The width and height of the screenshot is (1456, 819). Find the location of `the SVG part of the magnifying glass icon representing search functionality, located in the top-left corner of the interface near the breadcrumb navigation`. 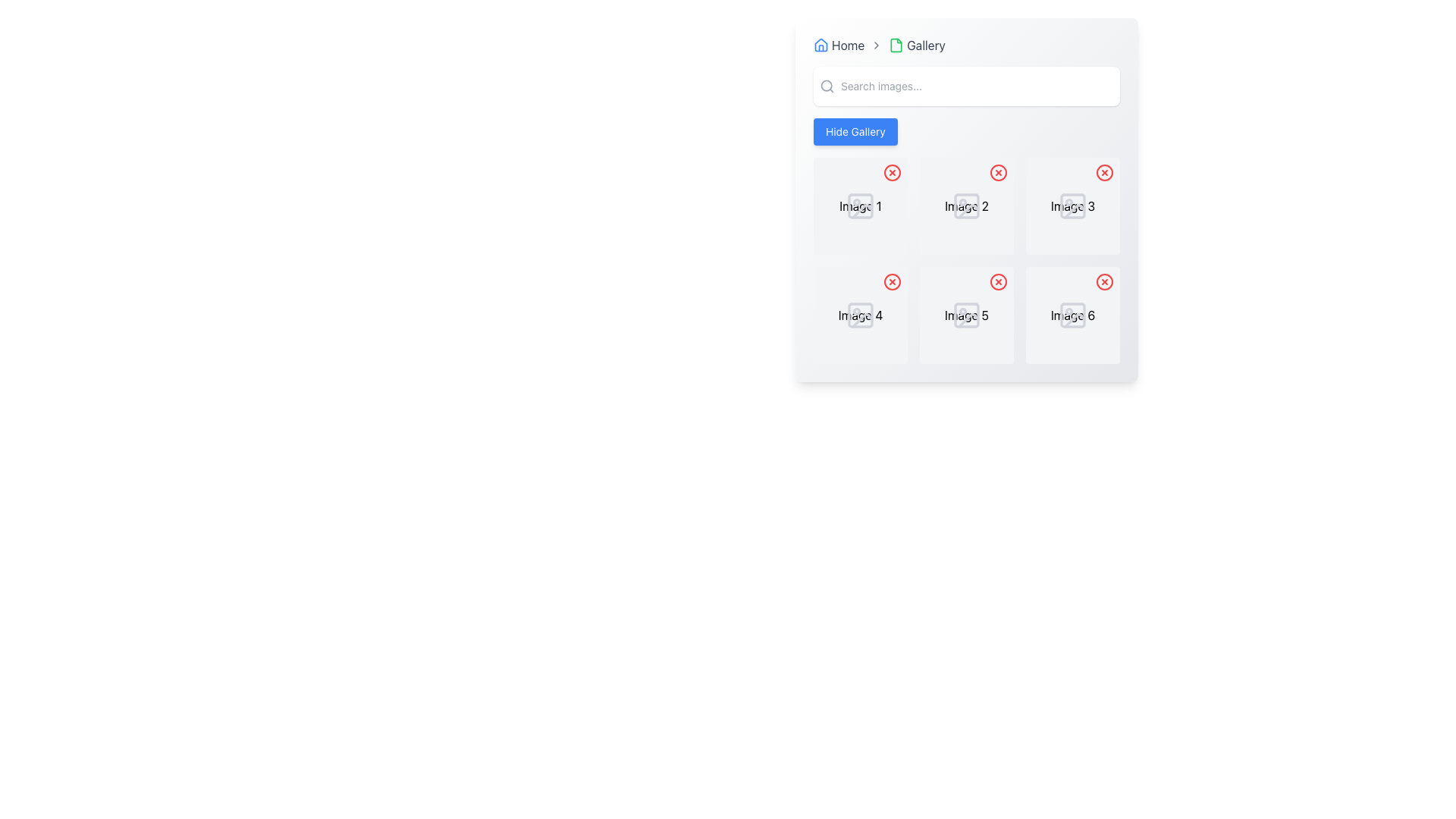

the SVG part of the magnifying glass icon representing search functionality, located in the top-left corner of the interface near the breadcrumb navigation is located at coordinates (826, 86).